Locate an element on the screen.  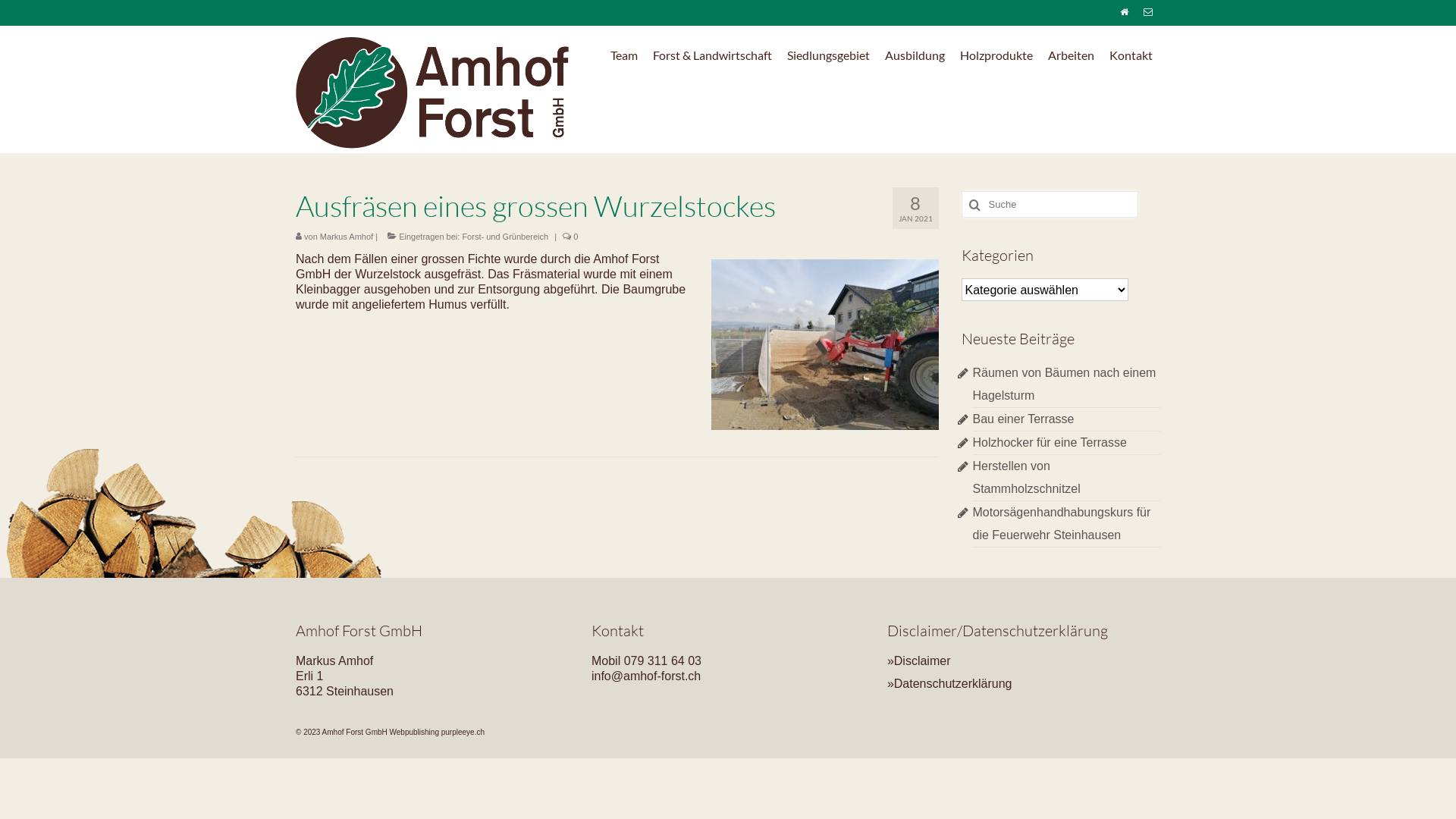
'Bau einer Terrasse' is located at coordinates (1022, 419).